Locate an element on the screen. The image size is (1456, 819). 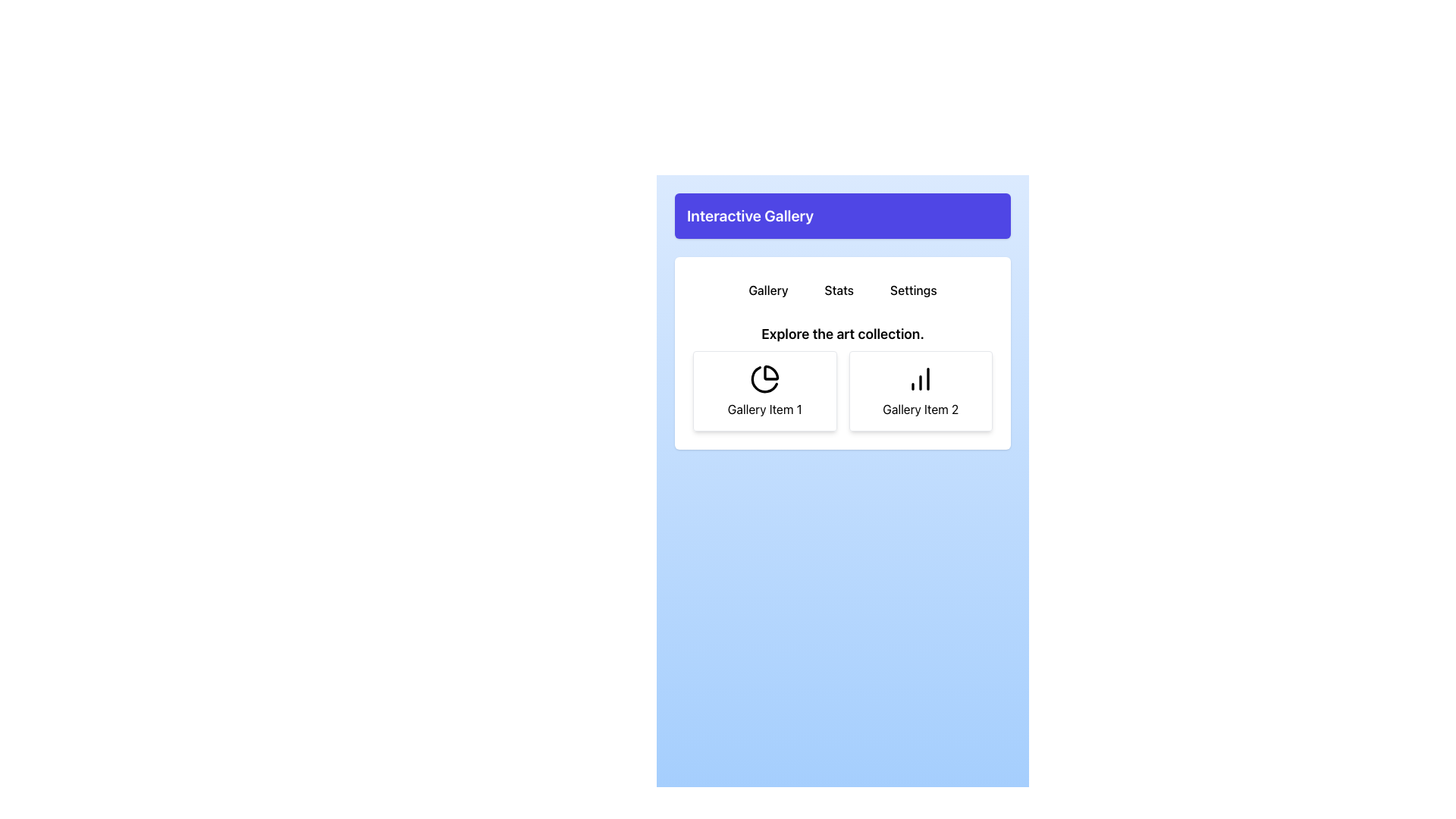
the selectable card labeled 'Gallery Item 2' which is the second item in the grid layout, featuring a bar chart icon and a white background with rounded corners is located at coordinates (920, 391).